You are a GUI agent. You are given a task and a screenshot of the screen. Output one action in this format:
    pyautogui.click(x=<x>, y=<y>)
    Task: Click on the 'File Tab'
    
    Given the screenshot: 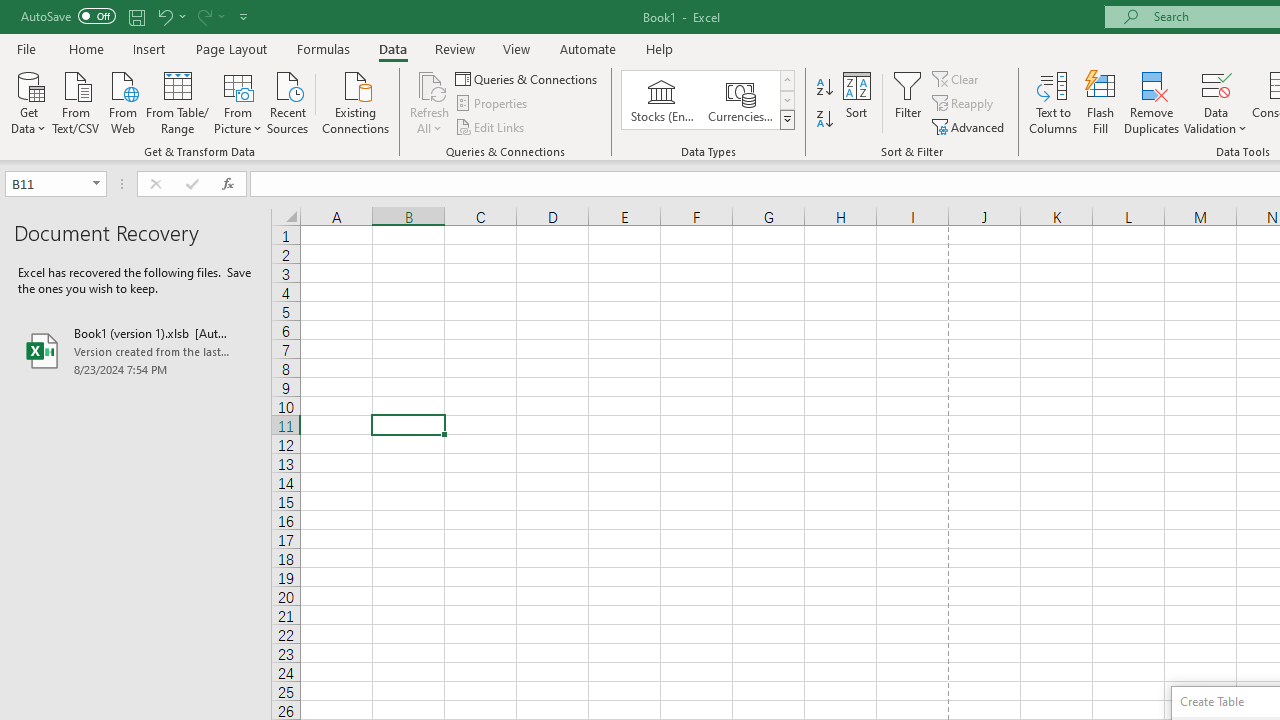 What is the action you would take?
    pyautogui.click(x=26, y=47)
    